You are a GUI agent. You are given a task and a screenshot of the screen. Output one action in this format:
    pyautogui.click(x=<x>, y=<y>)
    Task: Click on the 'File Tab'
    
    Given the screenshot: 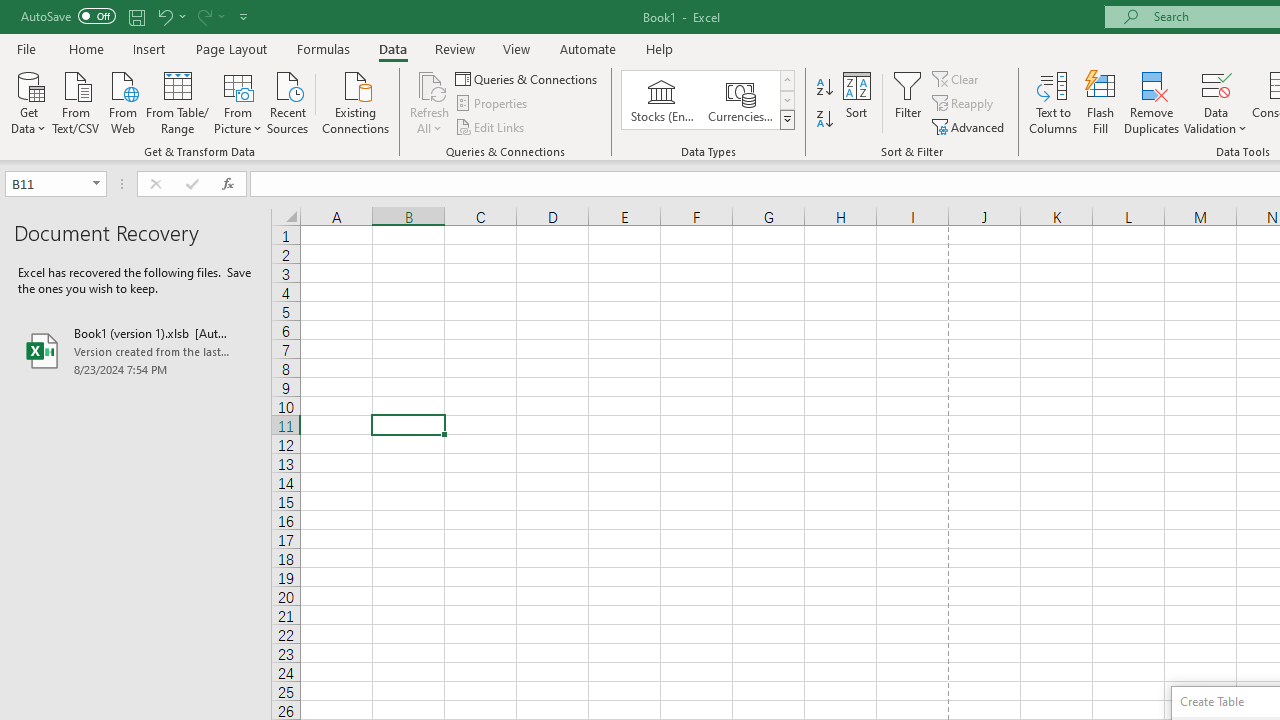 What is the action you would take?
    pyautogui.click(x=26, y=47)
    